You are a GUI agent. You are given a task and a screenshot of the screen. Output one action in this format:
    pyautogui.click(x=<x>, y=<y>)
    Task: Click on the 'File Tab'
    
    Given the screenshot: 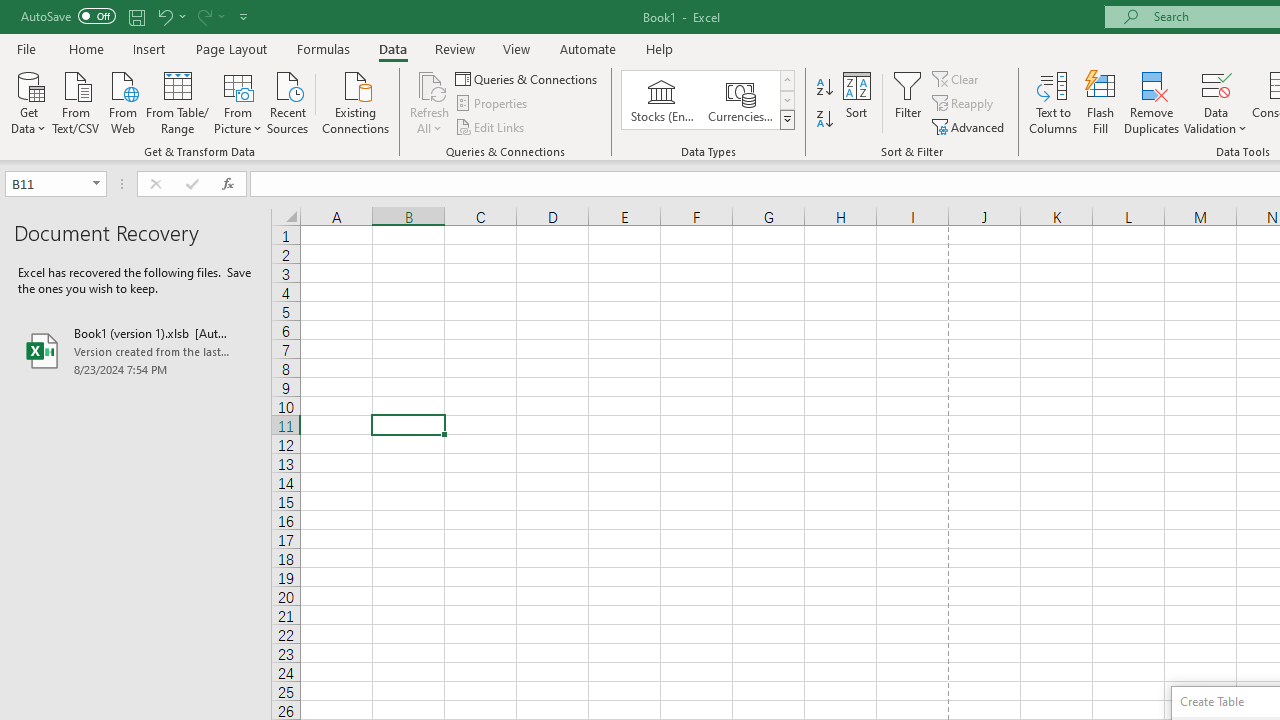 What is the action you would take?
    pyautogui.click(x=26, y=47)
    